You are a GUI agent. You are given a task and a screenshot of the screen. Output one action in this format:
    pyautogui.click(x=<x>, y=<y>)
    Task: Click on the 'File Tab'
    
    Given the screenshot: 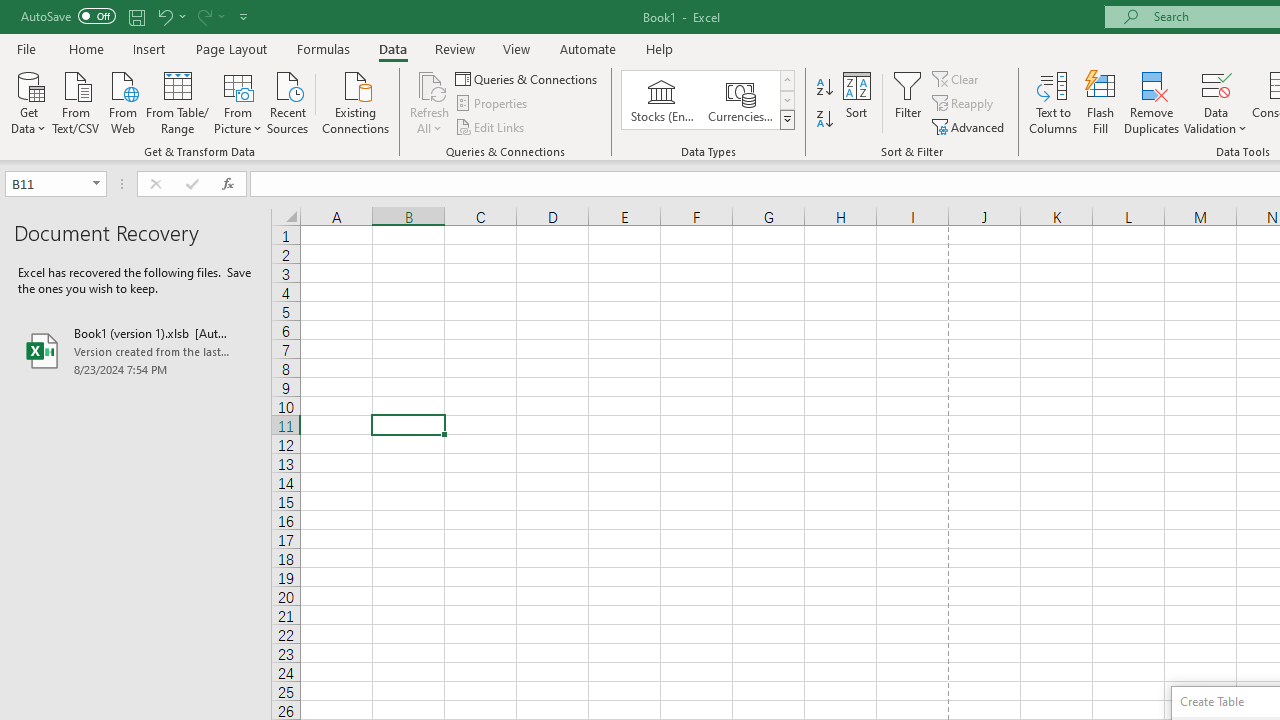 What is the action you would take?
    pyautogui.click(x=26, y=47)
    